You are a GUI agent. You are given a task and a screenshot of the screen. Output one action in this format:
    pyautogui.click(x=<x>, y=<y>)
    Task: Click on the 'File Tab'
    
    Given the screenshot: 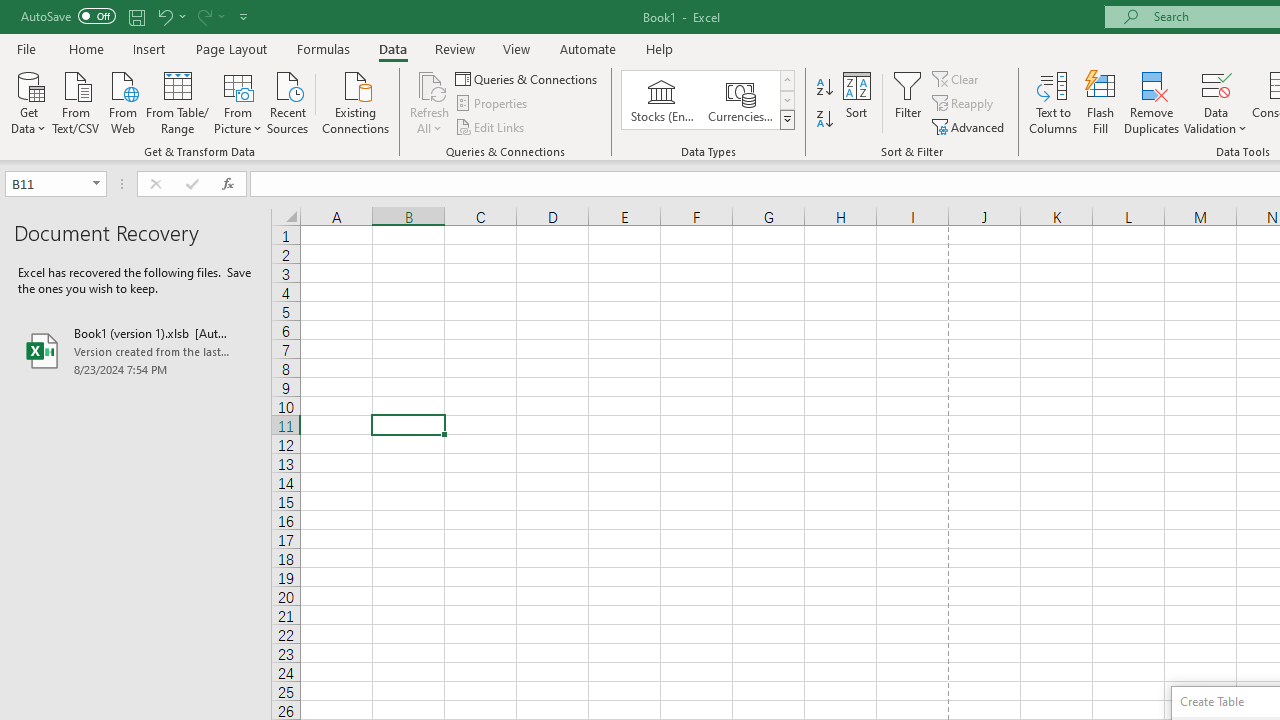 What is the action you would take?
    pyautogui.click(x=26, y=47)
    